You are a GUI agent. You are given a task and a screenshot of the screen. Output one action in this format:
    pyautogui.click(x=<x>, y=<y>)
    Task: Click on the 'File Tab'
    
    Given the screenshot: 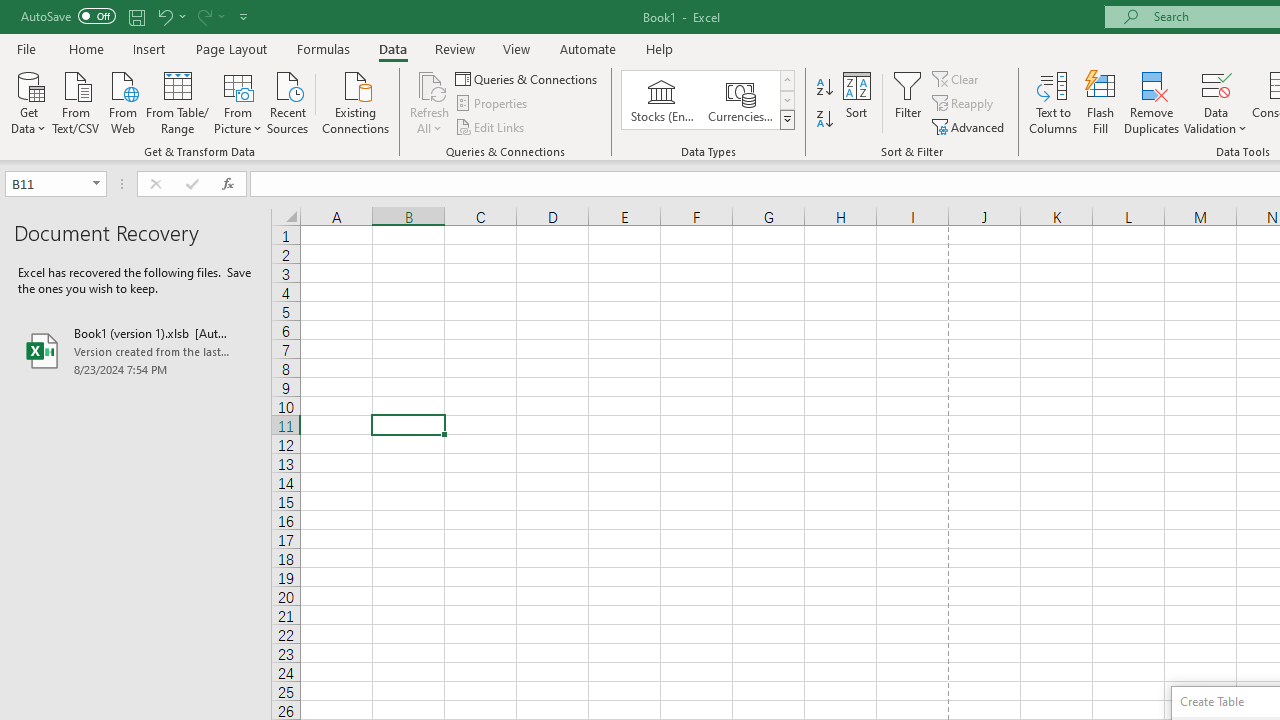 What is the action you would take?
    pyautogui.click(x=26, y=47)
    